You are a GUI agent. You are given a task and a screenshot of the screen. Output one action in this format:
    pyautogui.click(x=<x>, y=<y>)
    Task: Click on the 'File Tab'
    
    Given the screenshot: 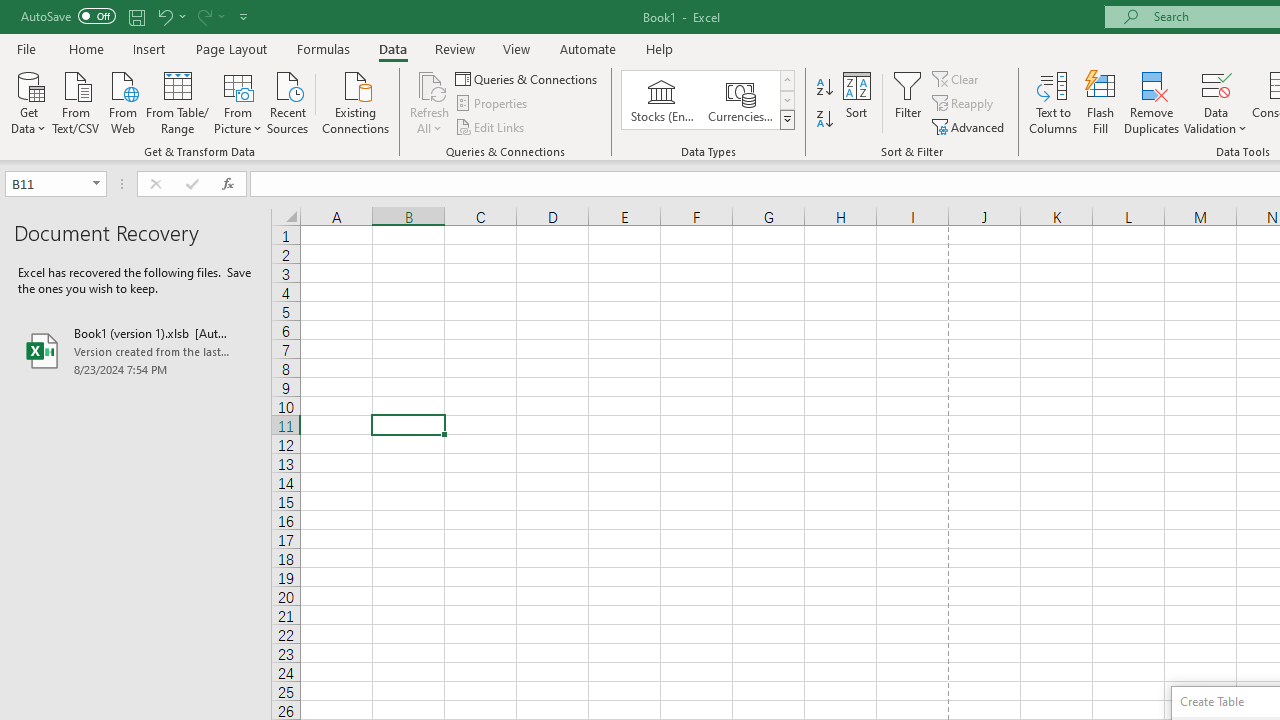 What is the action you would take?
    pyautogui.click(x=26, y=47)
    